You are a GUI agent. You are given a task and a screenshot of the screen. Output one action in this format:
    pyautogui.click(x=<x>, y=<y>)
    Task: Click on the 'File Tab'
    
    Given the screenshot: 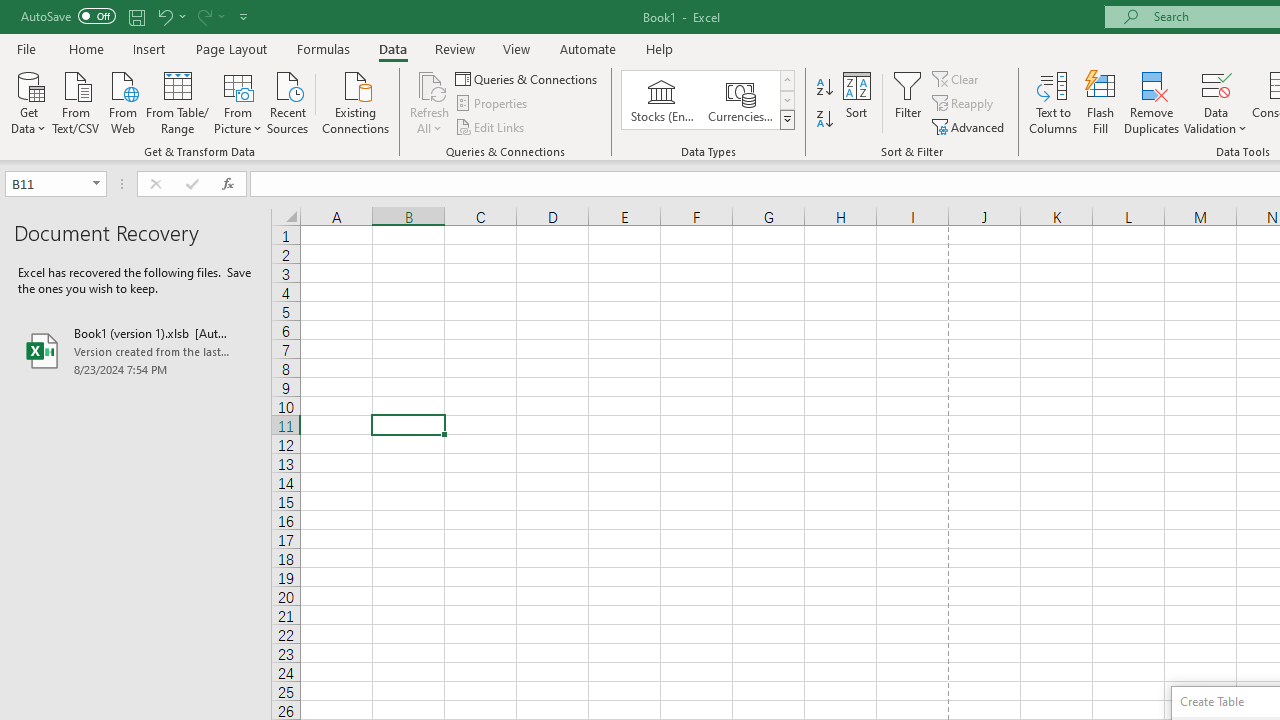 What is the action you would take?
    pyautogui.click(x=26, y=47)
    